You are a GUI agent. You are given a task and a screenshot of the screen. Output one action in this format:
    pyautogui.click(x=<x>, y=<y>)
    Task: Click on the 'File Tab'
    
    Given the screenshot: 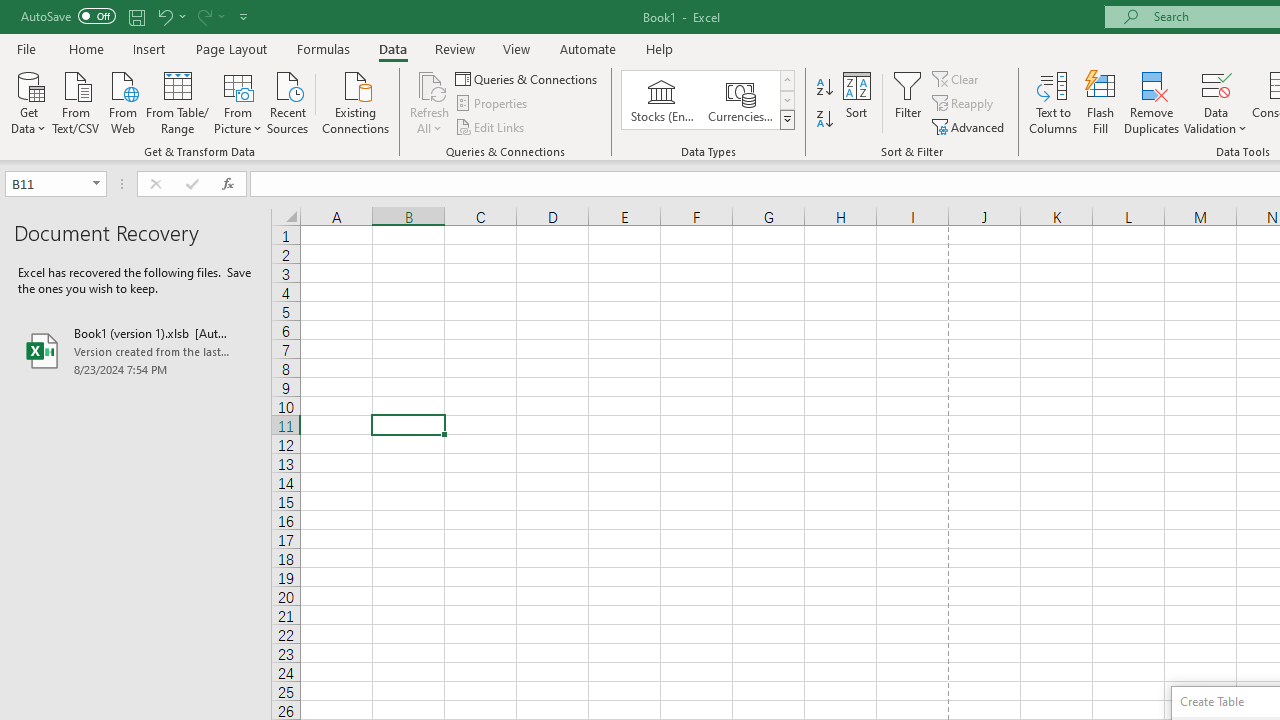 What is the action you would take?
    pyautogui.click(x=26, y=47)
    